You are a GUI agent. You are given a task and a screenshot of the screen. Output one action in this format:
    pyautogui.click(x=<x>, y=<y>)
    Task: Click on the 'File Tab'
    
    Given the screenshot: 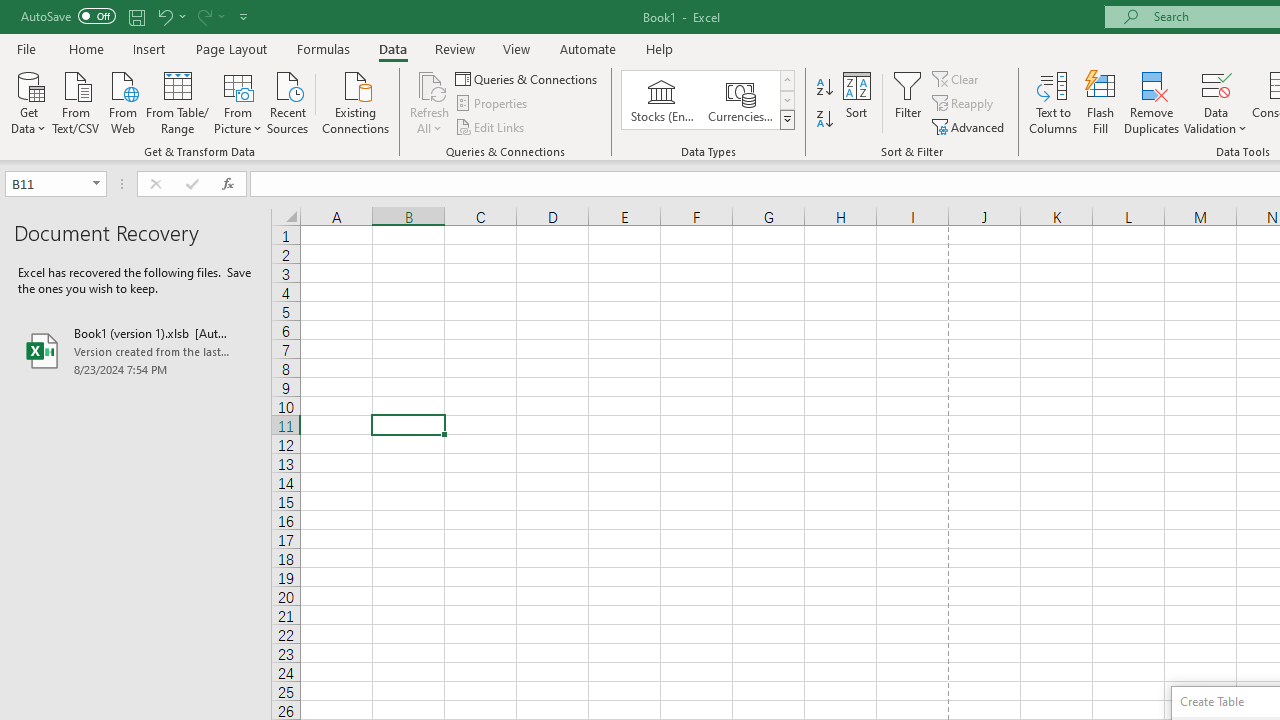 What is the action you would take?
    pyautogui.click(x=26, y=47)
    